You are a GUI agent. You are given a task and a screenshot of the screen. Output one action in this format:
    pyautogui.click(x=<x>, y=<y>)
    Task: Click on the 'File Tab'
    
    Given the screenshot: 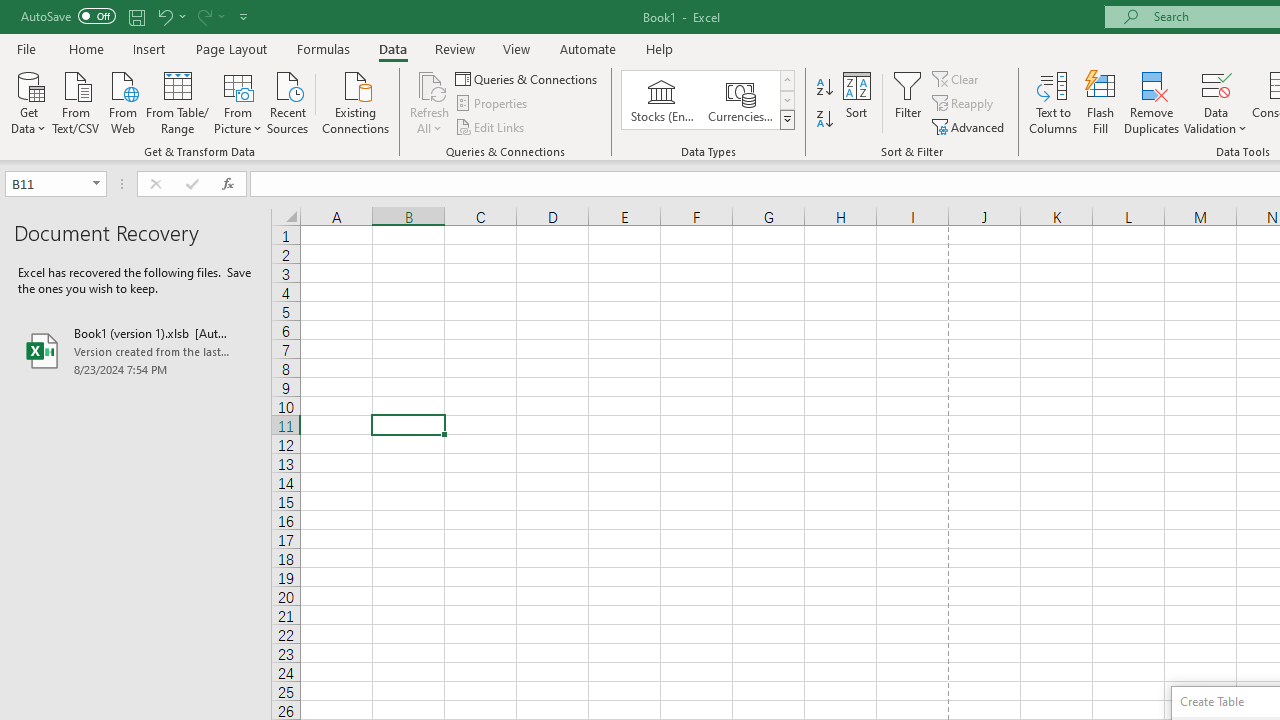 What is the action you would take?
    pyautogui.click(x=26, y=47)
    